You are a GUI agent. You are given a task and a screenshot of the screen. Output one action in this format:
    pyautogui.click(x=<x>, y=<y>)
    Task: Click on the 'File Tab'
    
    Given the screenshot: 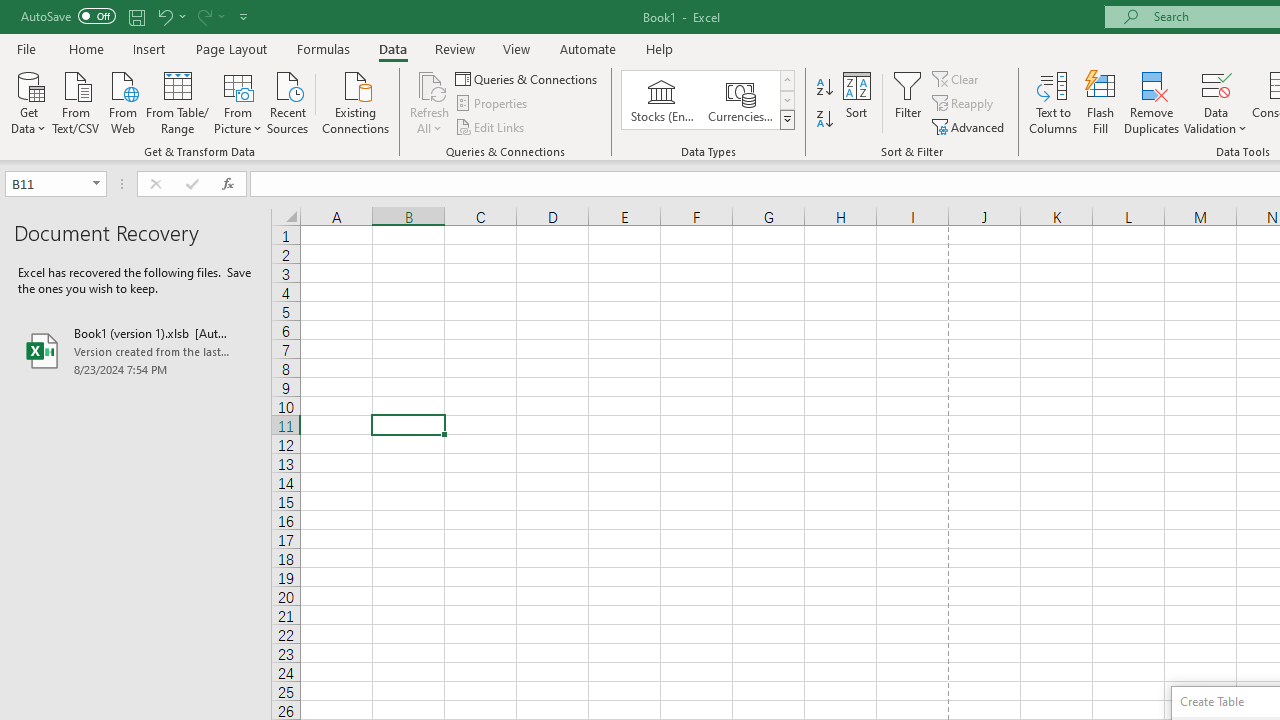 What is the action you would take?
    pyautogui.click(x=26, y=47)
    